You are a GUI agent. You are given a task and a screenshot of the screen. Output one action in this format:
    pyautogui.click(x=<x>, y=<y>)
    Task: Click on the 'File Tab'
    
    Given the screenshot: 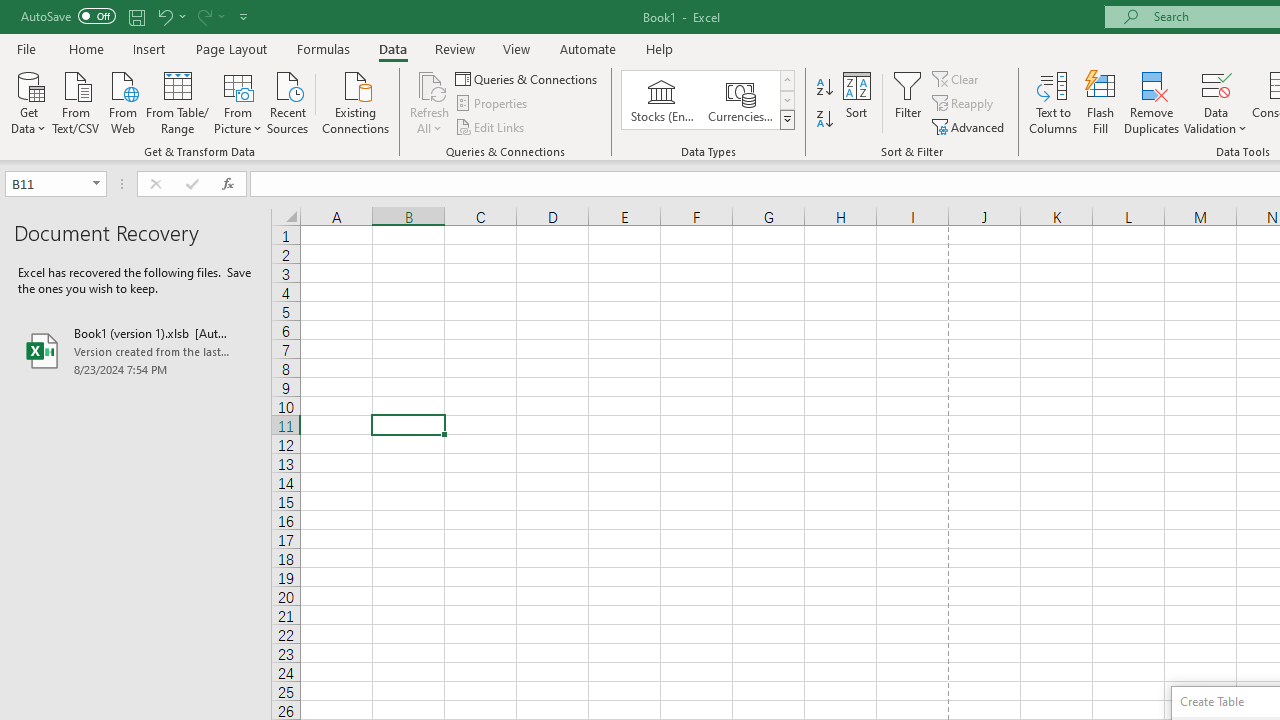 What is the action you would take?
    pyautogui.click(x=26, y=47)
    